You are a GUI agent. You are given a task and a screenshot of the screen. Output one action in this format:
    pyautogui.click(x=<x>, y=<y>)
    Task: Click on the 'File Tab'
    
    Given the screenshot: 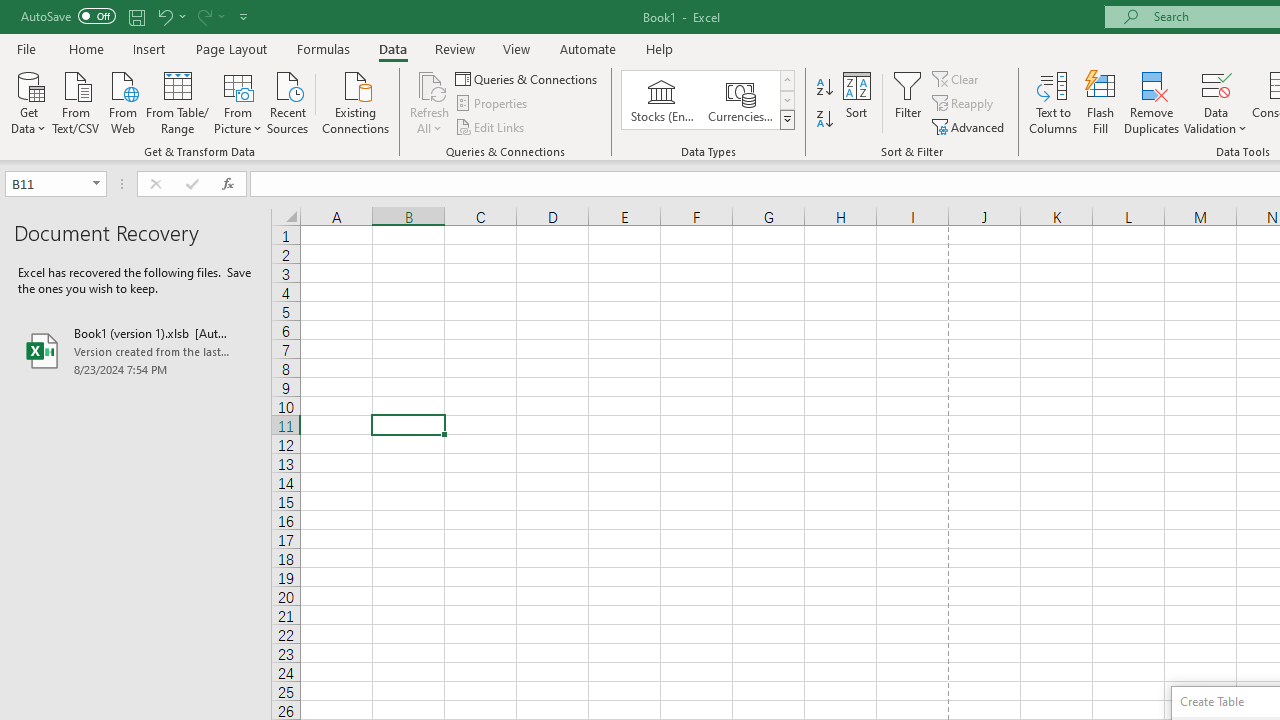 What is the action you would take?
    pyautogui.click(x=26, y=47)
    